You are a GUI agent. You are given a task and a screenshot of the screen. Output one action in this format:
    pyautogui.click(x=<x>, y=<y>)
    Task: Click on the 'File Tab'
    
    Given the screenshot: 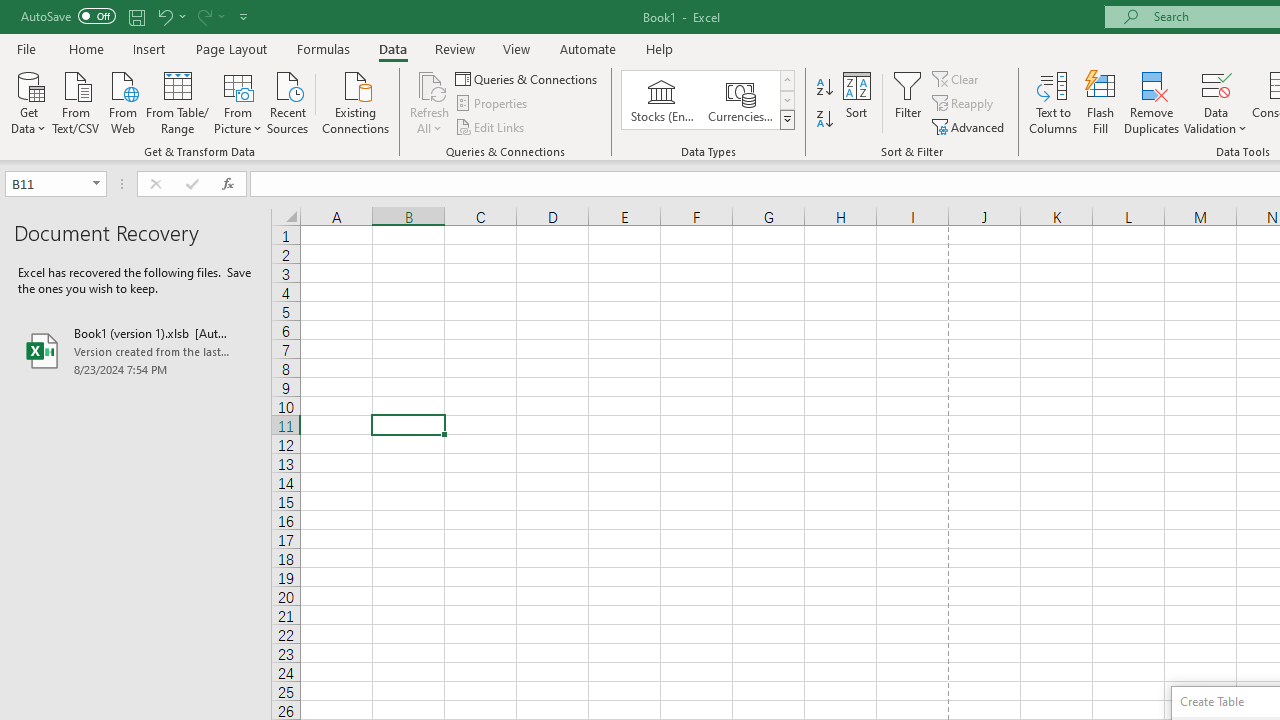 What is the action you would take?
    pyautogui.click(x=26, y=47)
    